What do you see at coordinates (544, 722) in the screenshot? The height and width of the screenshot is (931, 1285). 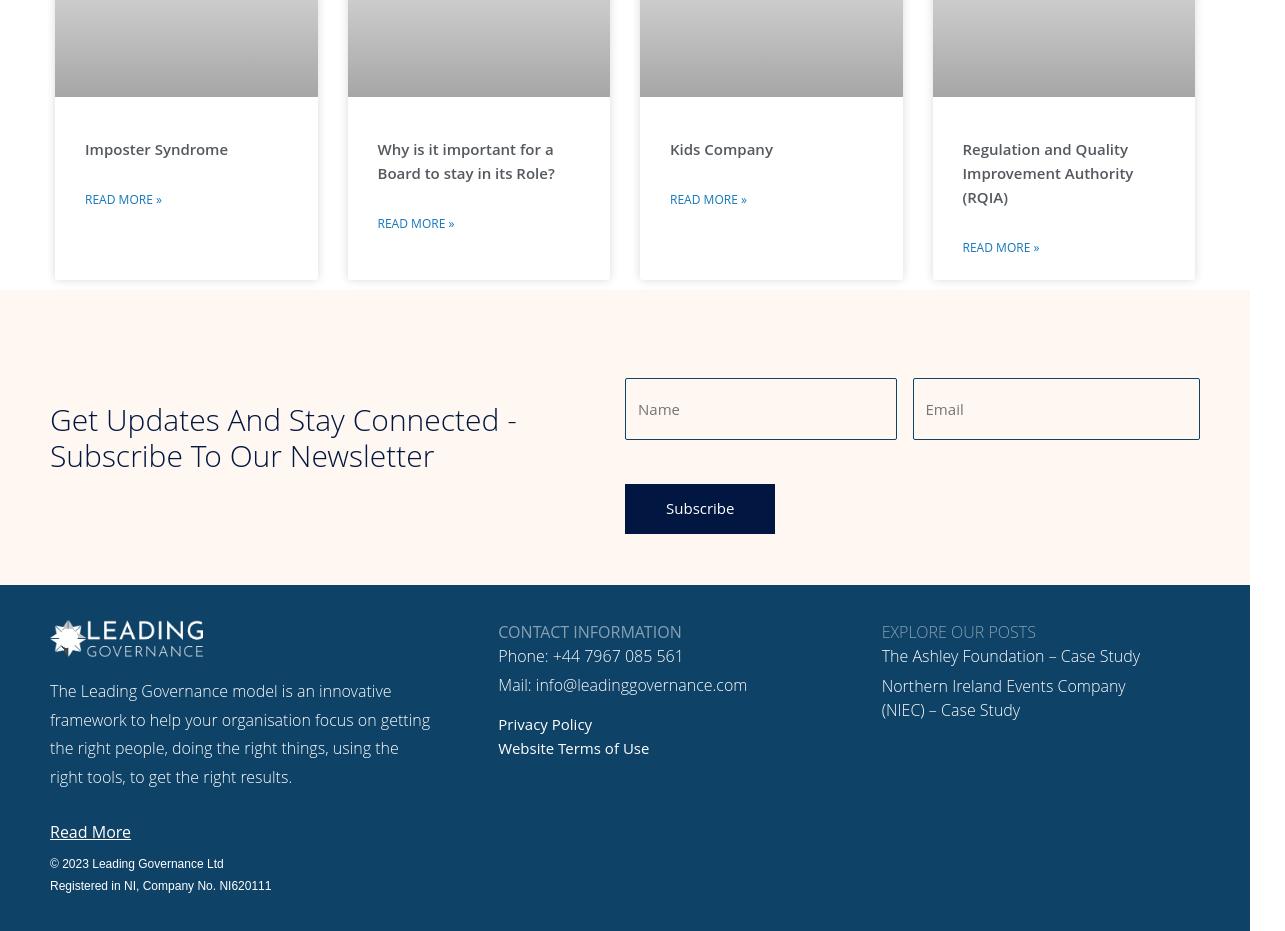 I see `'Privacy Policy'` at bounding box center [544, 722].